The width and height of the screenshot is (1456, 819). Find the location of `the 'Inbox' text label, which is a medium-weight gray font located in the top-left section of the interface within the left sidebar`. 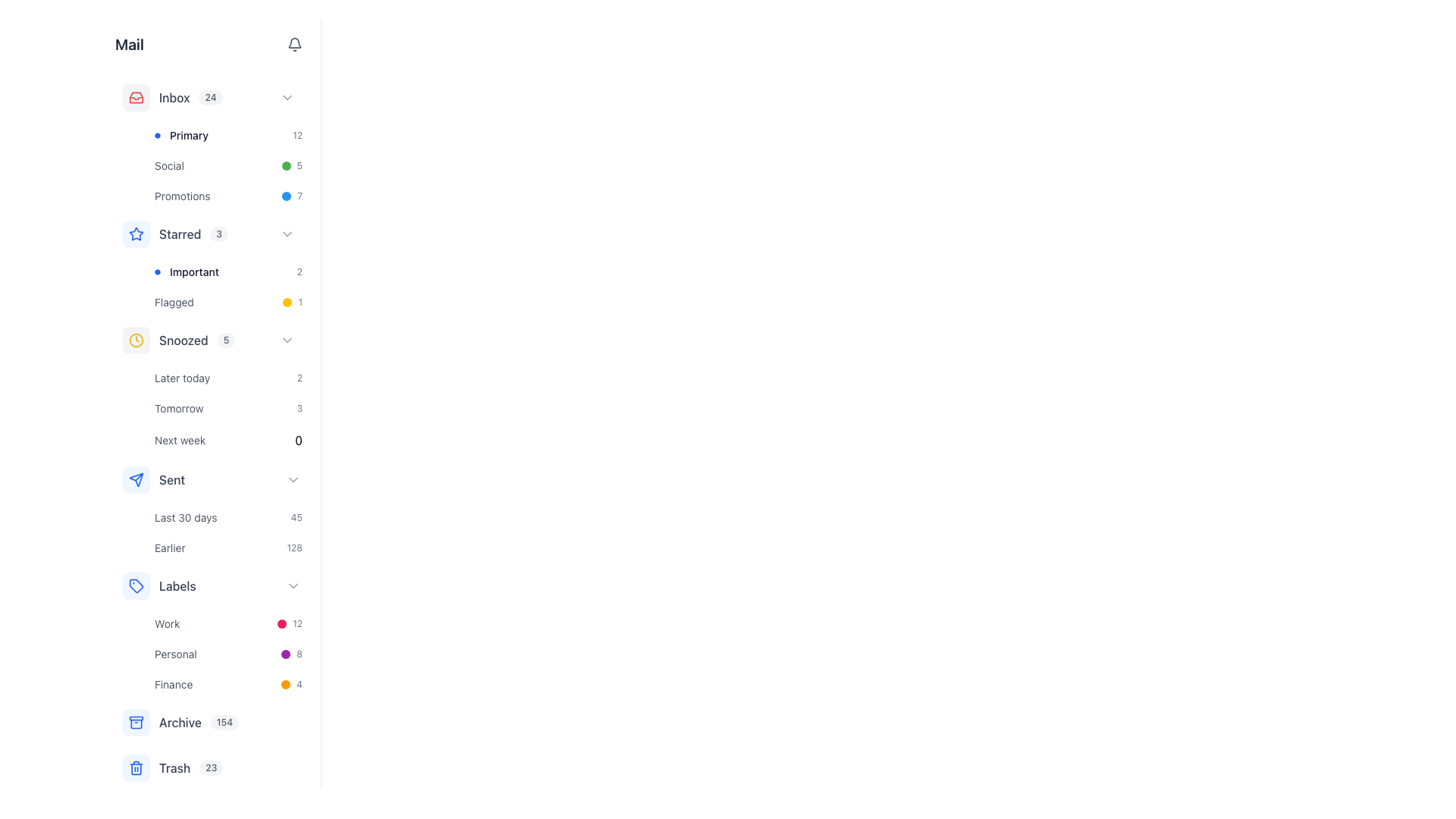

the 'Inbox' text label, which is a medium-weight gray font located in the top-left section of the interface within the left sidebar is located at coordinates (174, 97).